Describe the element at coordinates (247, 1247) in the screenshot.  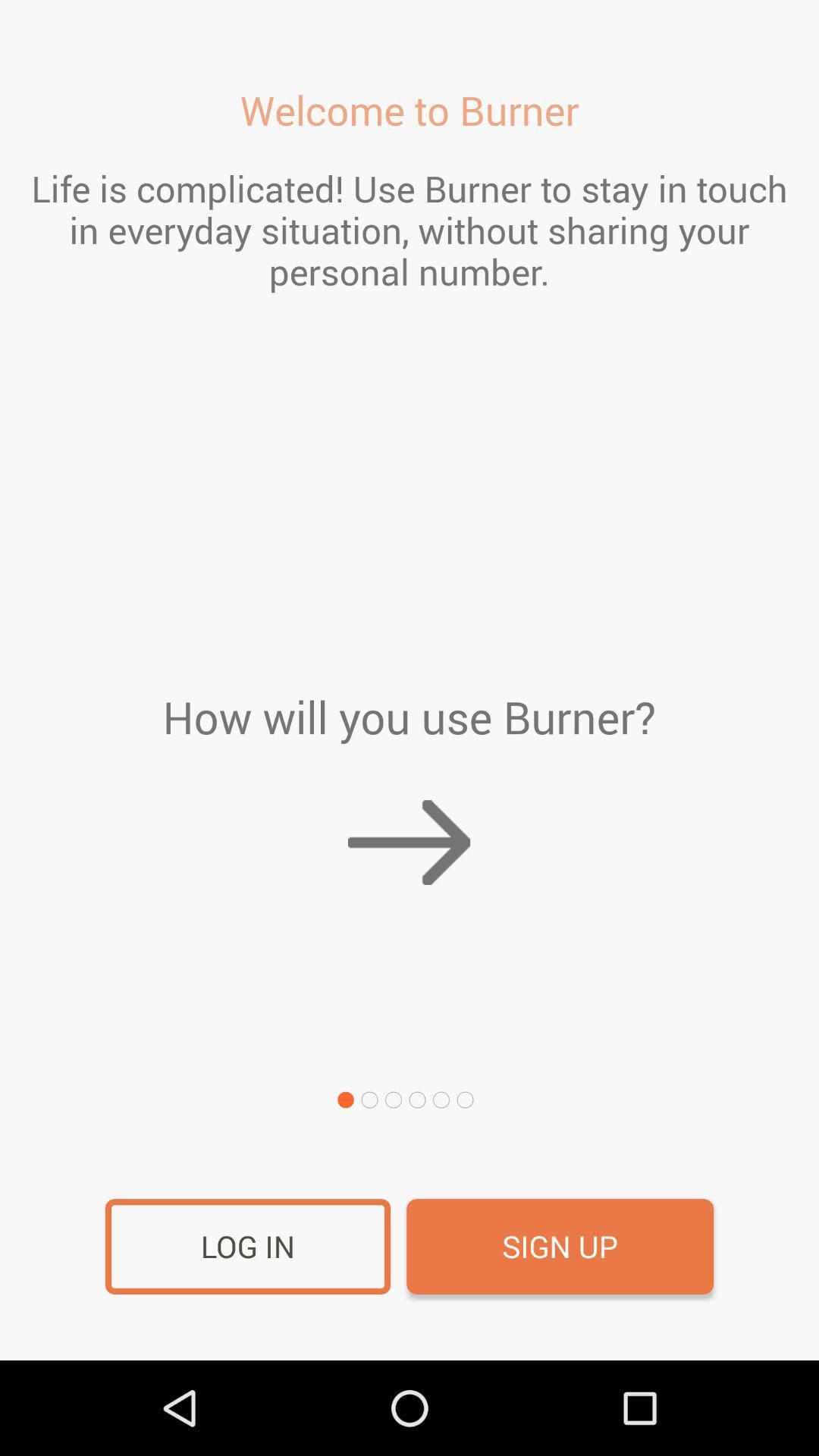
I see `the log in item` at that location.